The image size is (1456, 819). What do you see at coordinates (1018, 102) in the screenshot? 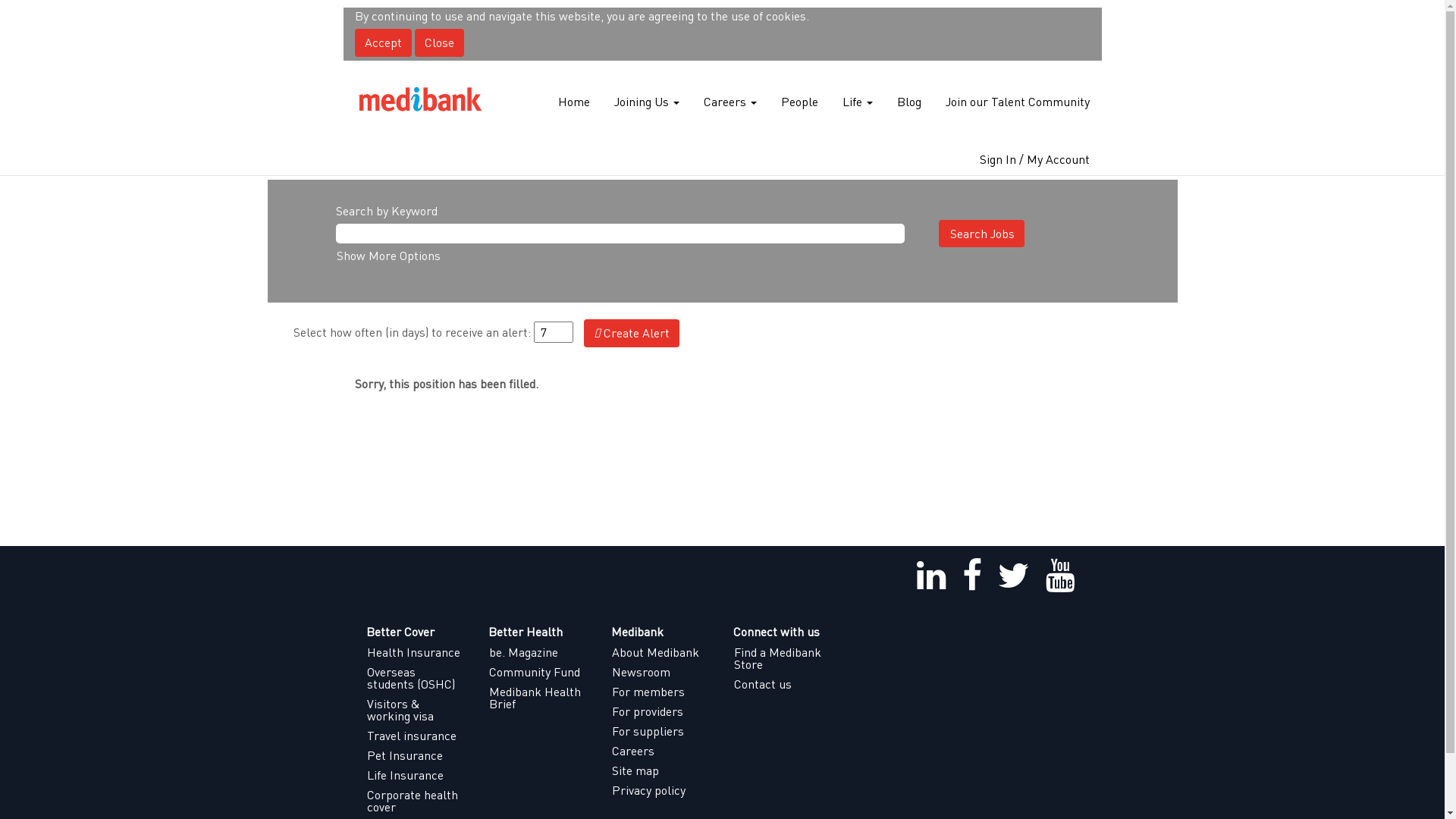
I see `'Join our Talent Community'` at bounding box center [1018, 102].